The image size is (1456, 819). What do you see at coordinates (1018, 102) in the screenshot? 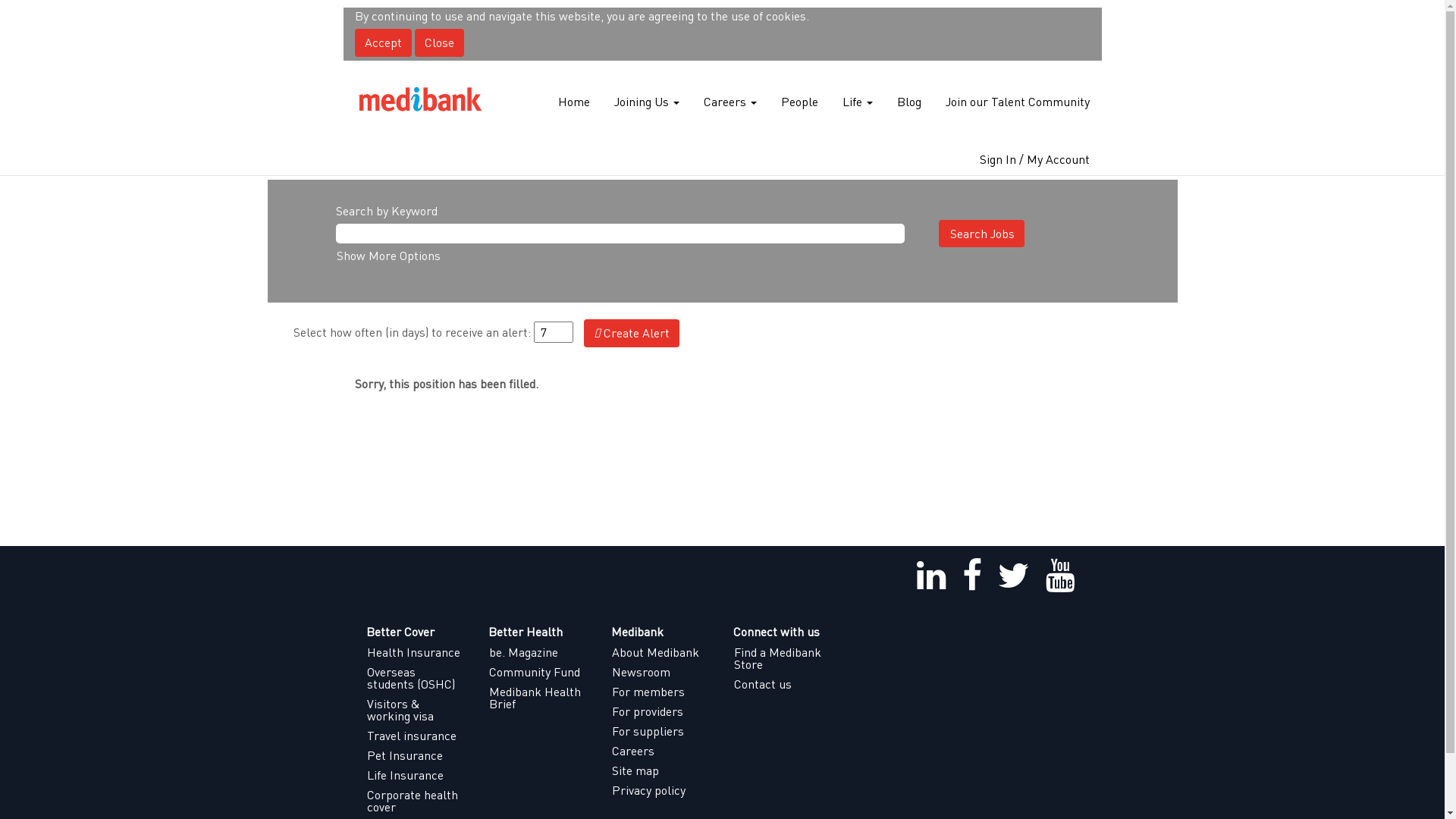
I see `'Join our Talent Community'` at bounding box center [1018, 102].